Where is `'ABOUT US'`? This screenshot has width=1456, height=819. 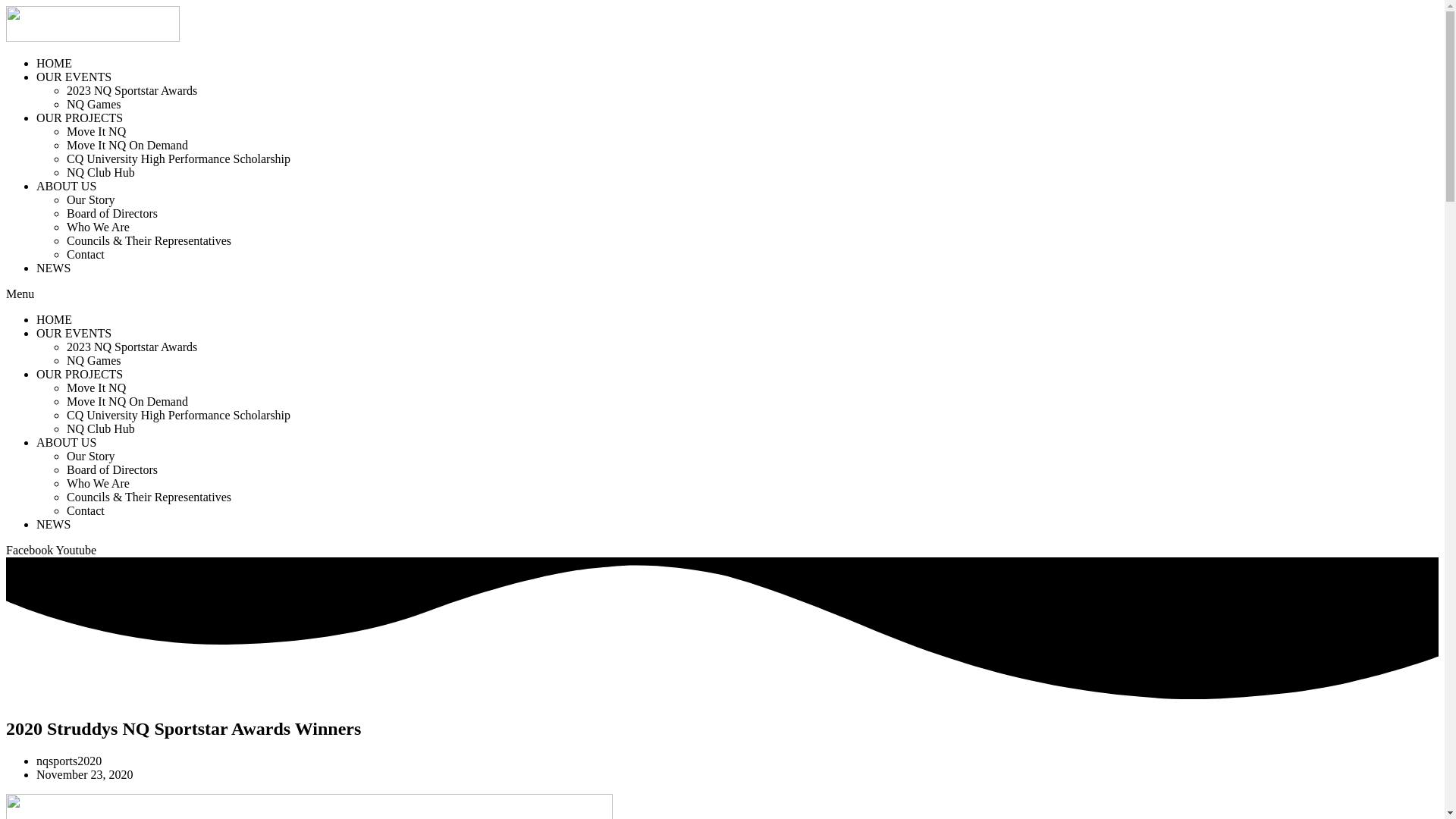 'ABOUT US' is located at coordinates (65, 185).